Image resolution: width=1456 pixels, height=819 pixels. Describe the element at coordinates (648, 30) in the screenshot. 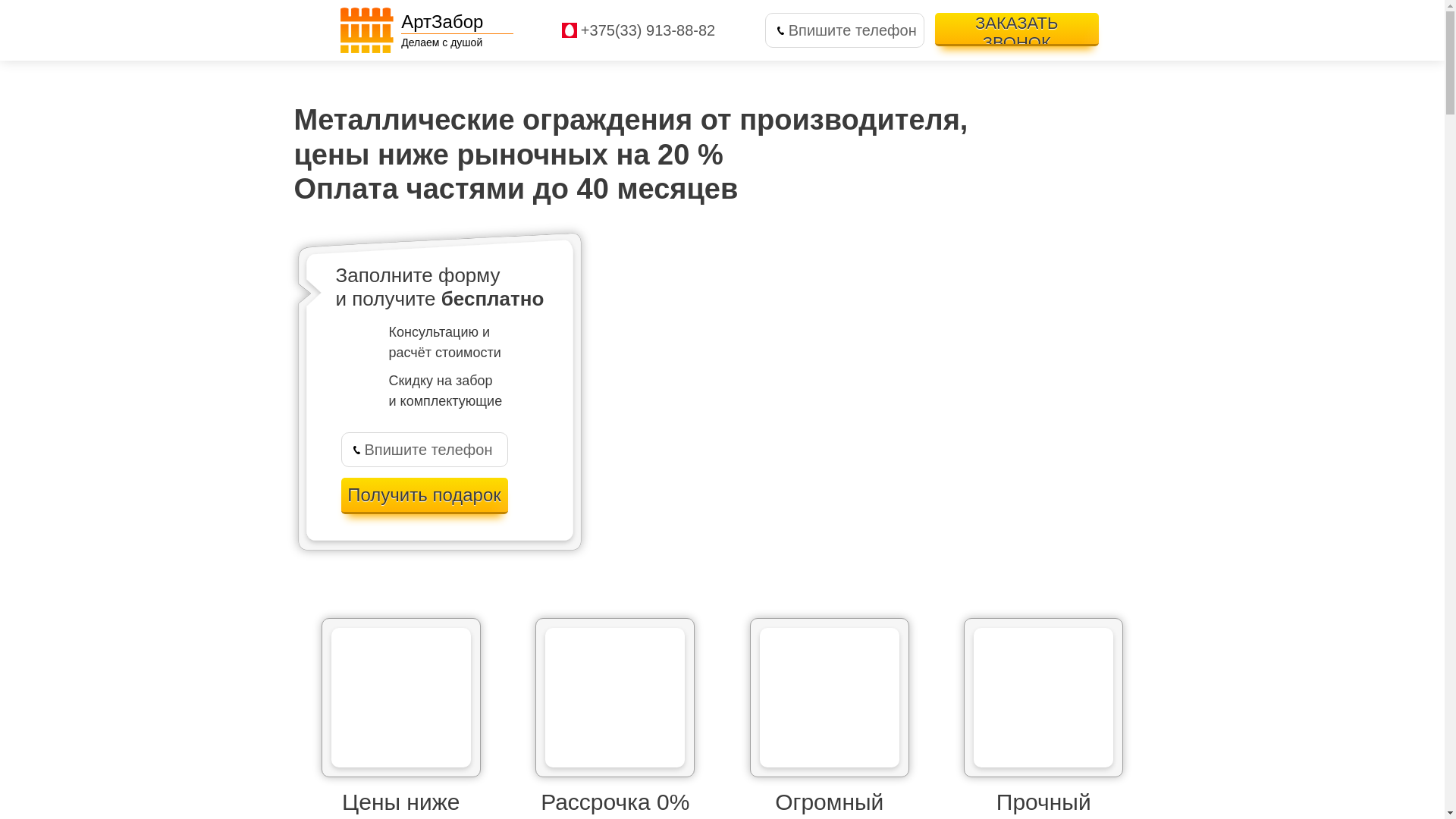

I see `'+375(33) 913-88-82'` at that location.